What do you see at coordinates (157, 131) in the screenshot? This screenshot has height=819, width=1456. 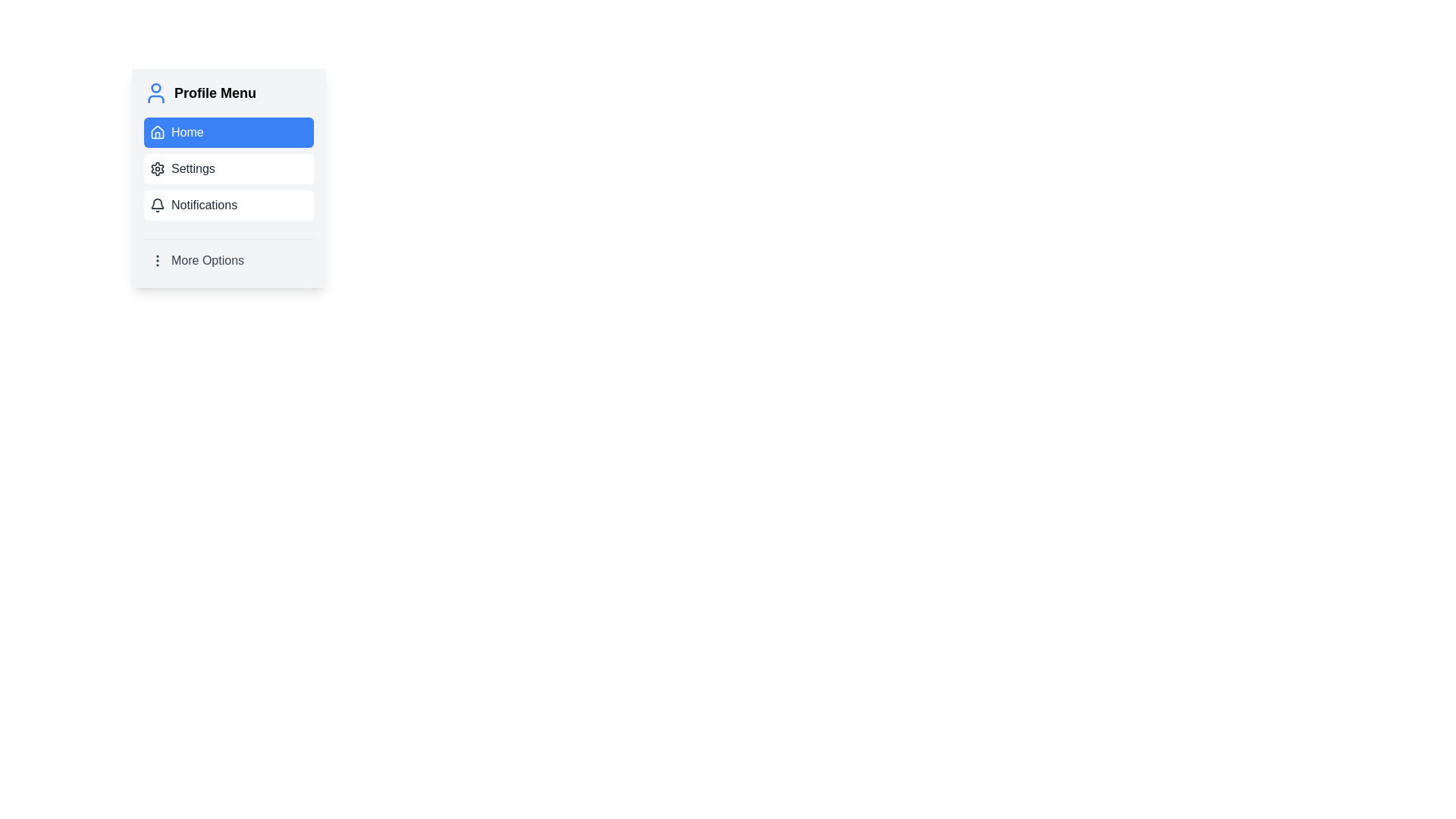 I see `the home navigation icon located in the top menu of the vertical structure` at bounding box center [157, 131].